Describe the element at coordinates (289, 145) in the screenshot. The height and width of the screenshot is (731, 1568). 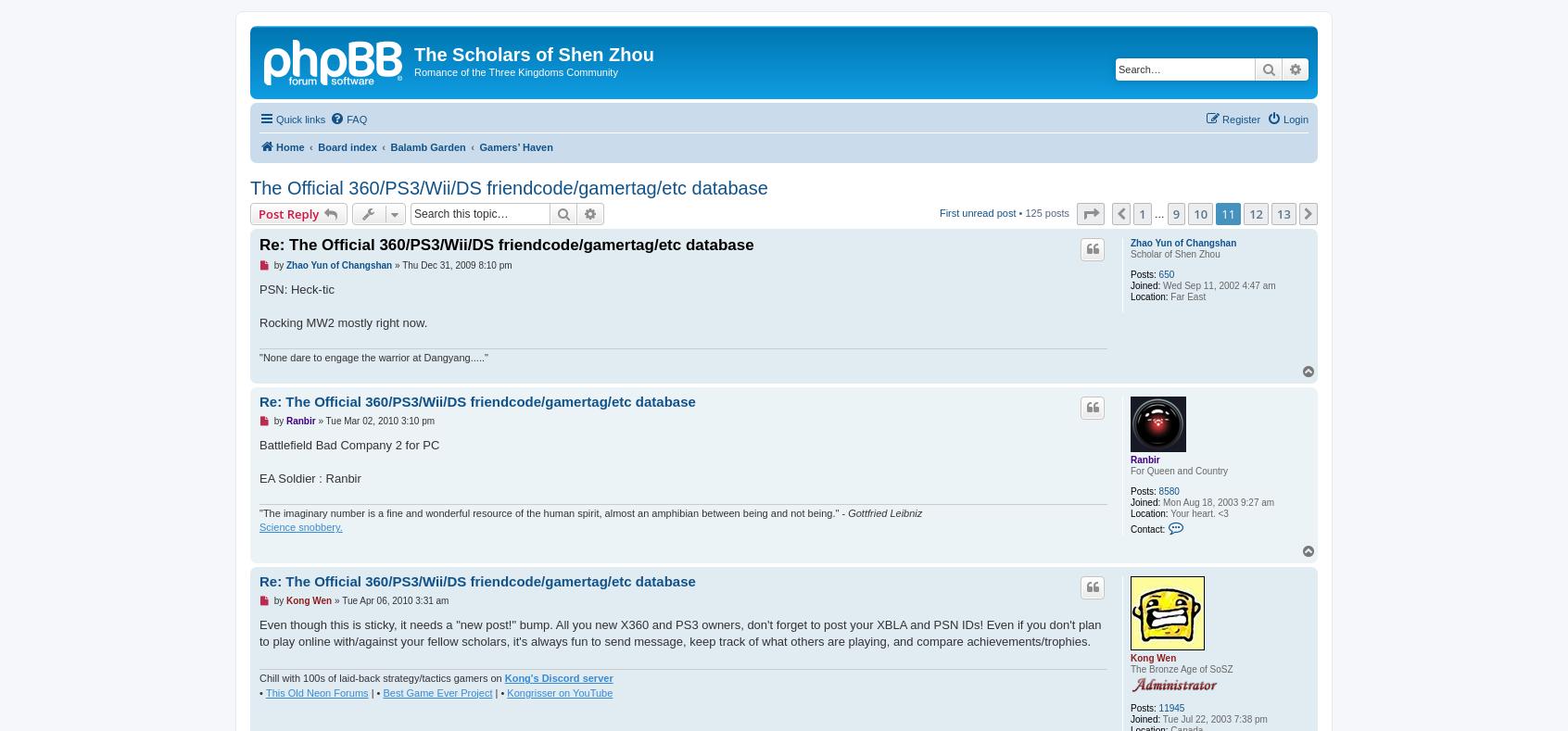
I see `'Home'` at that location.